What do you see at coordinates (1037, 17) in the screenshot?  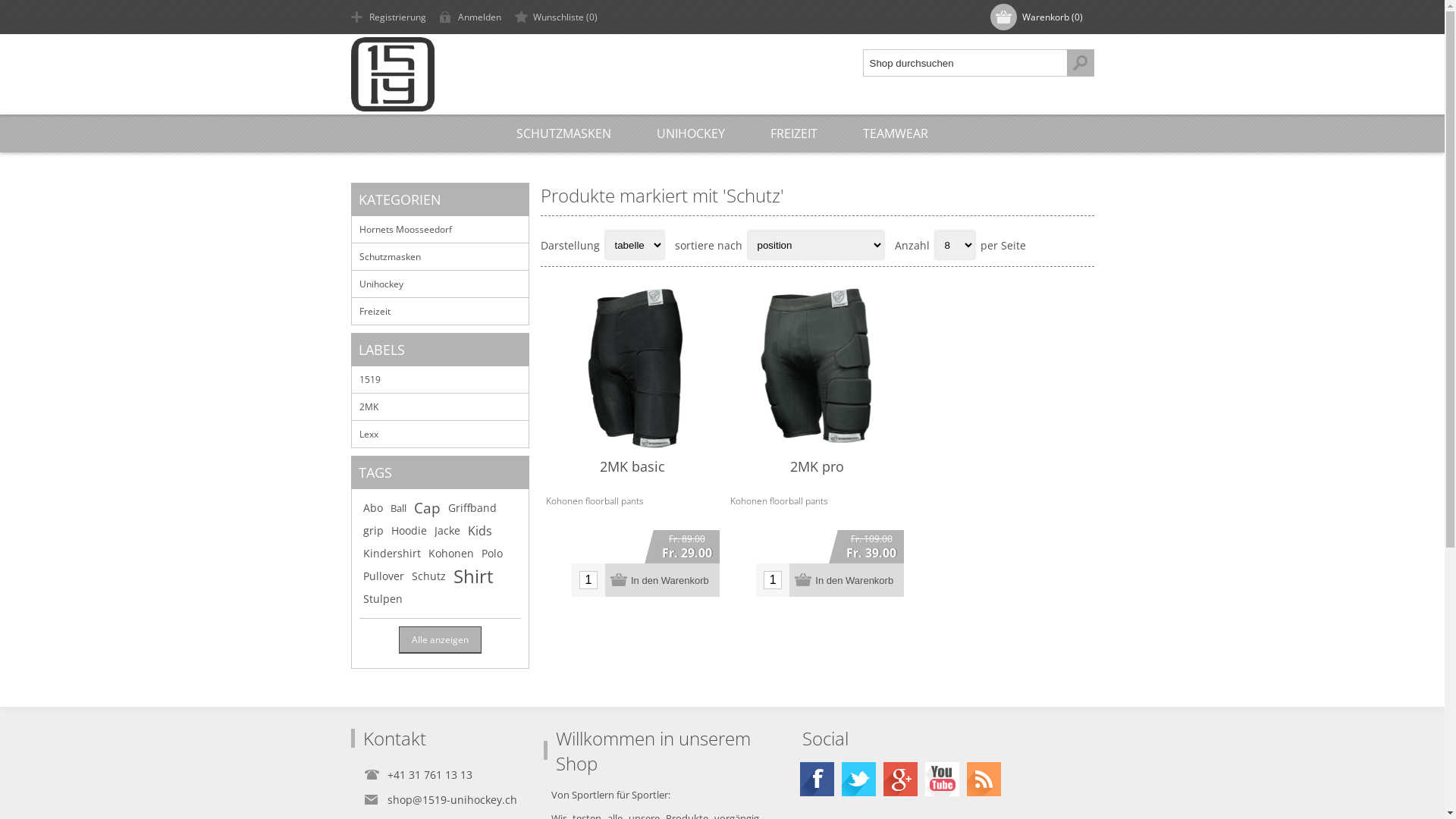 I see `'Warenkorb (0)'` at bounding box center [1037, 17].